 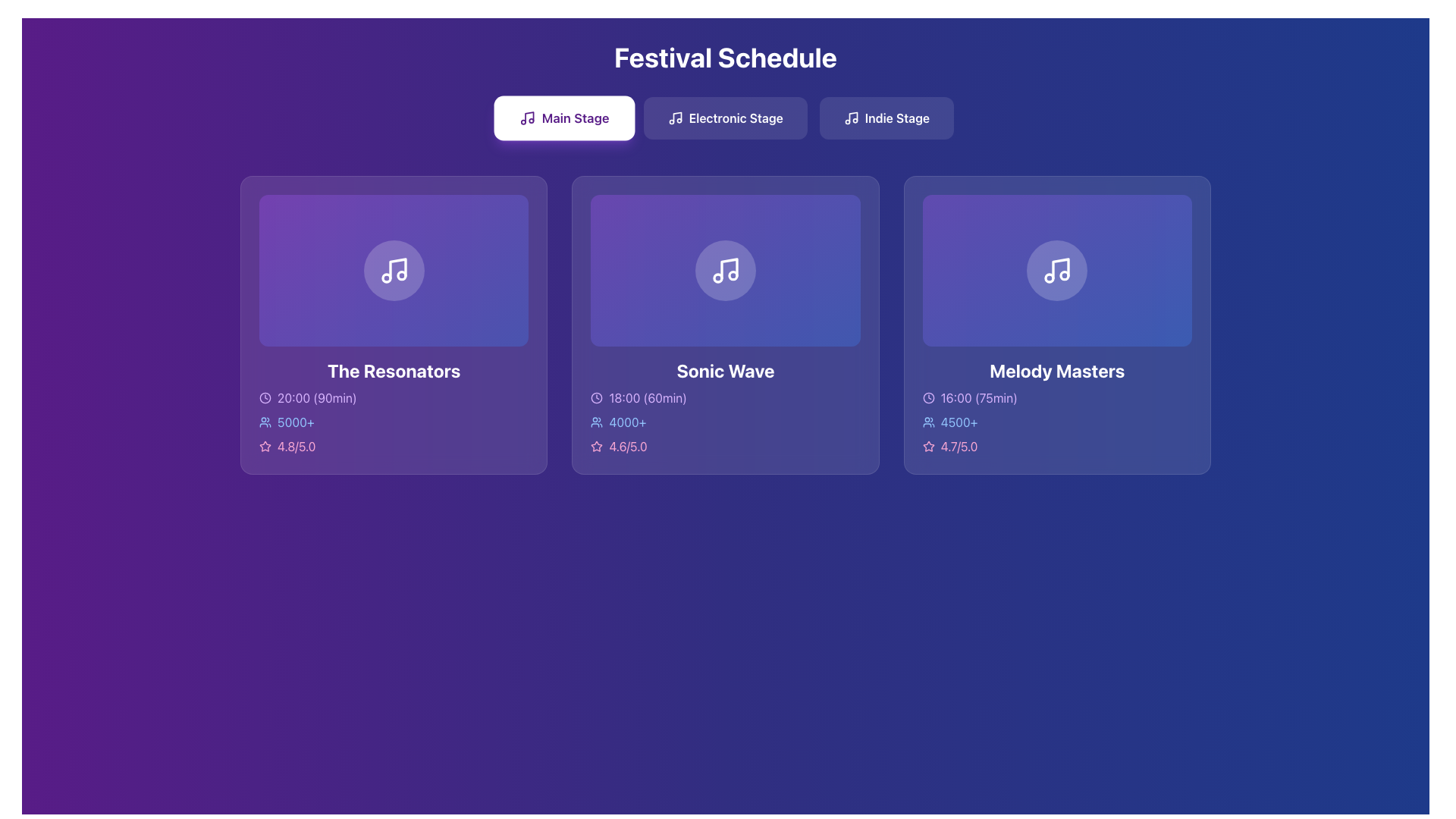 What do you see at coordinates (401, 275) in the screenshot?
I see `the small circular decorative shape located within the music note icon in the leftmost card titled 'The Resonators'` at bounding box center [401, 275].